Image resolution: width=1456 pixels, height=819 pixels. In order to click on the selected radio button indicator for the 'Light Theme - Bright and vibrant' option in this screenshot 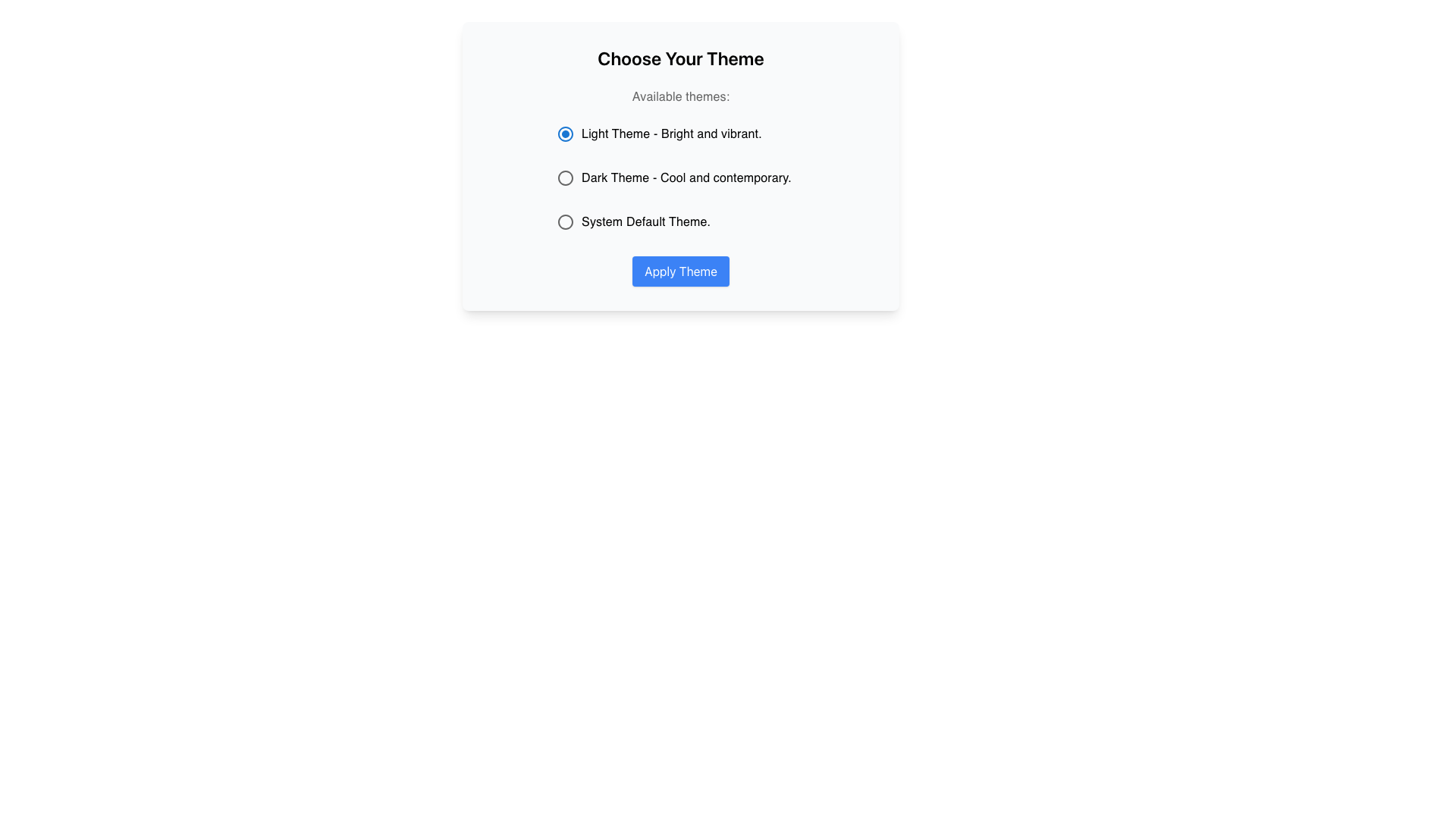, I will do `click(565, 133)`.